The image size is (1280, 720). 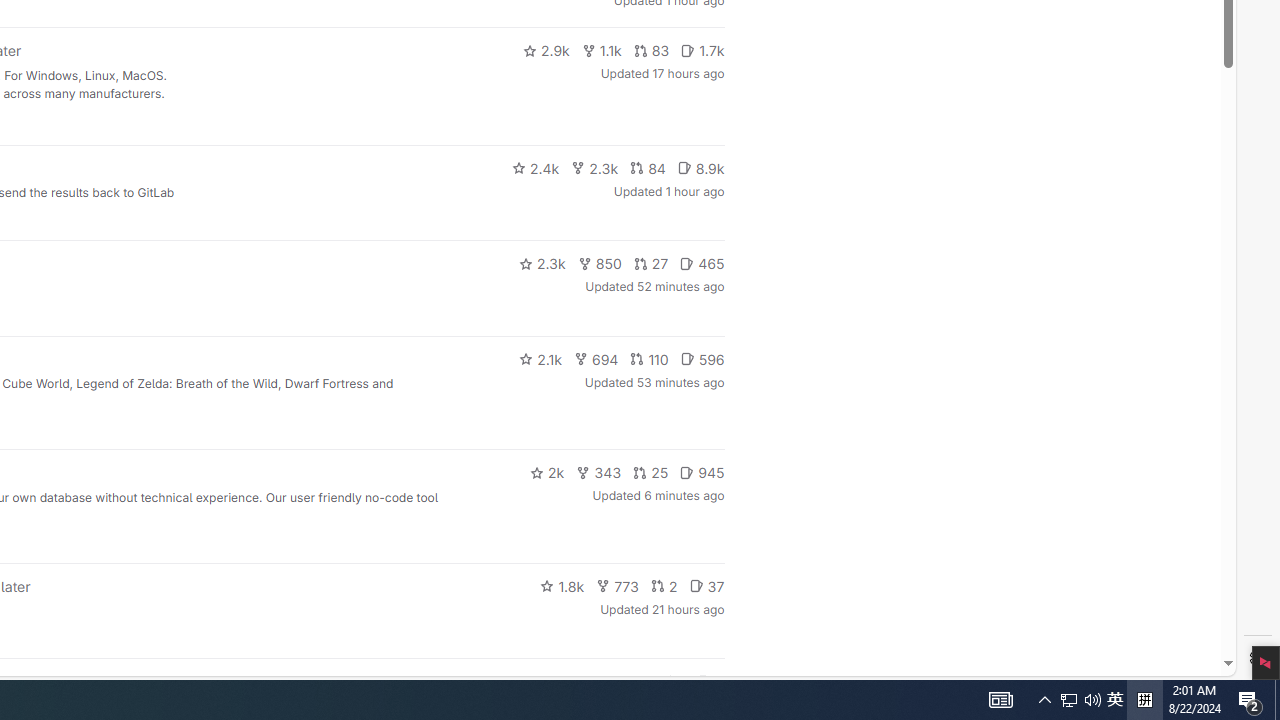 What do you see at coordinates (700, 167) in the screenshot?
I see `'8.9k'` at bounding box center [700, 167].